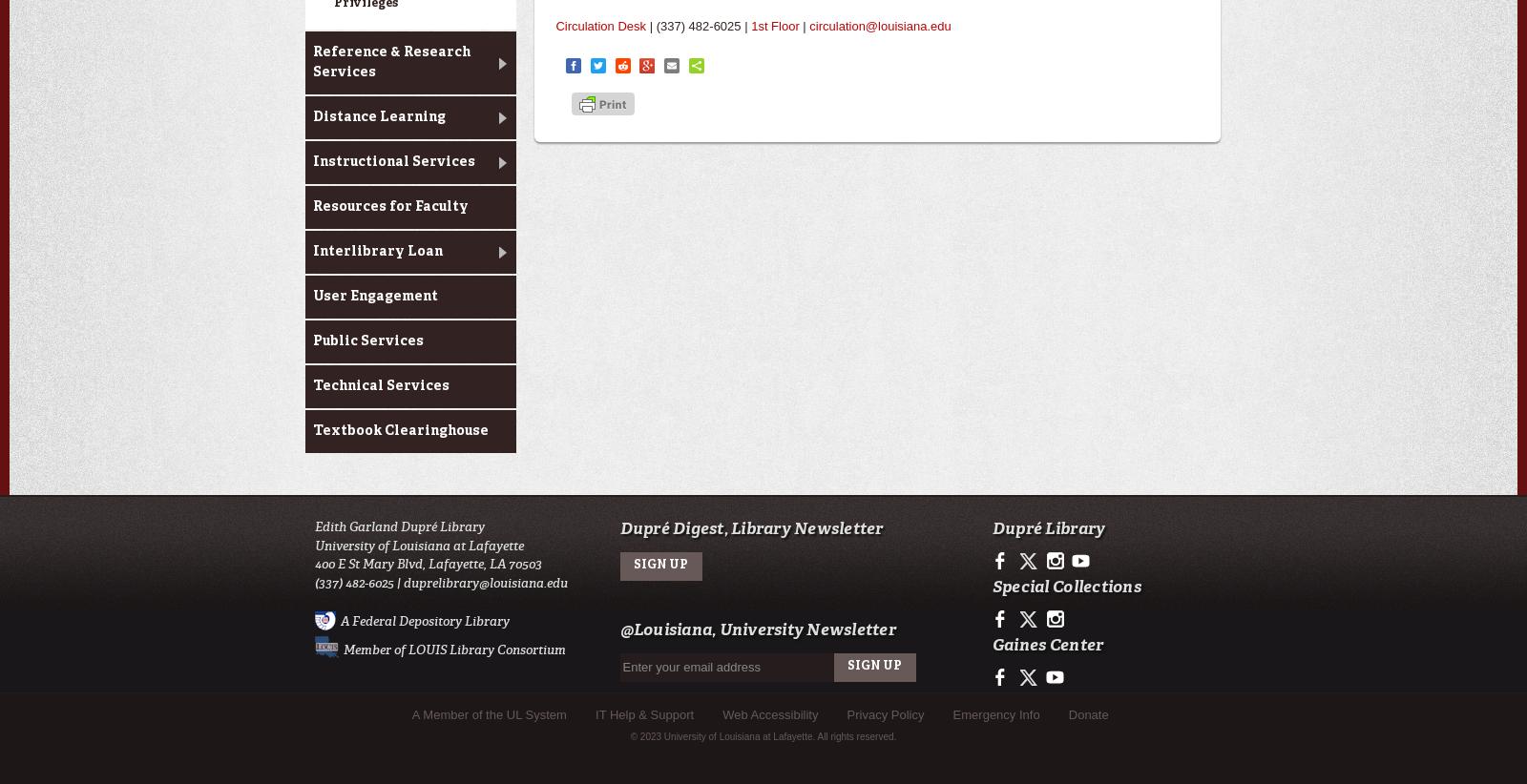 Image resolution: width=1527 pixels, height=784 pixels. I want to click on 'Public Services', so click(368, 340).